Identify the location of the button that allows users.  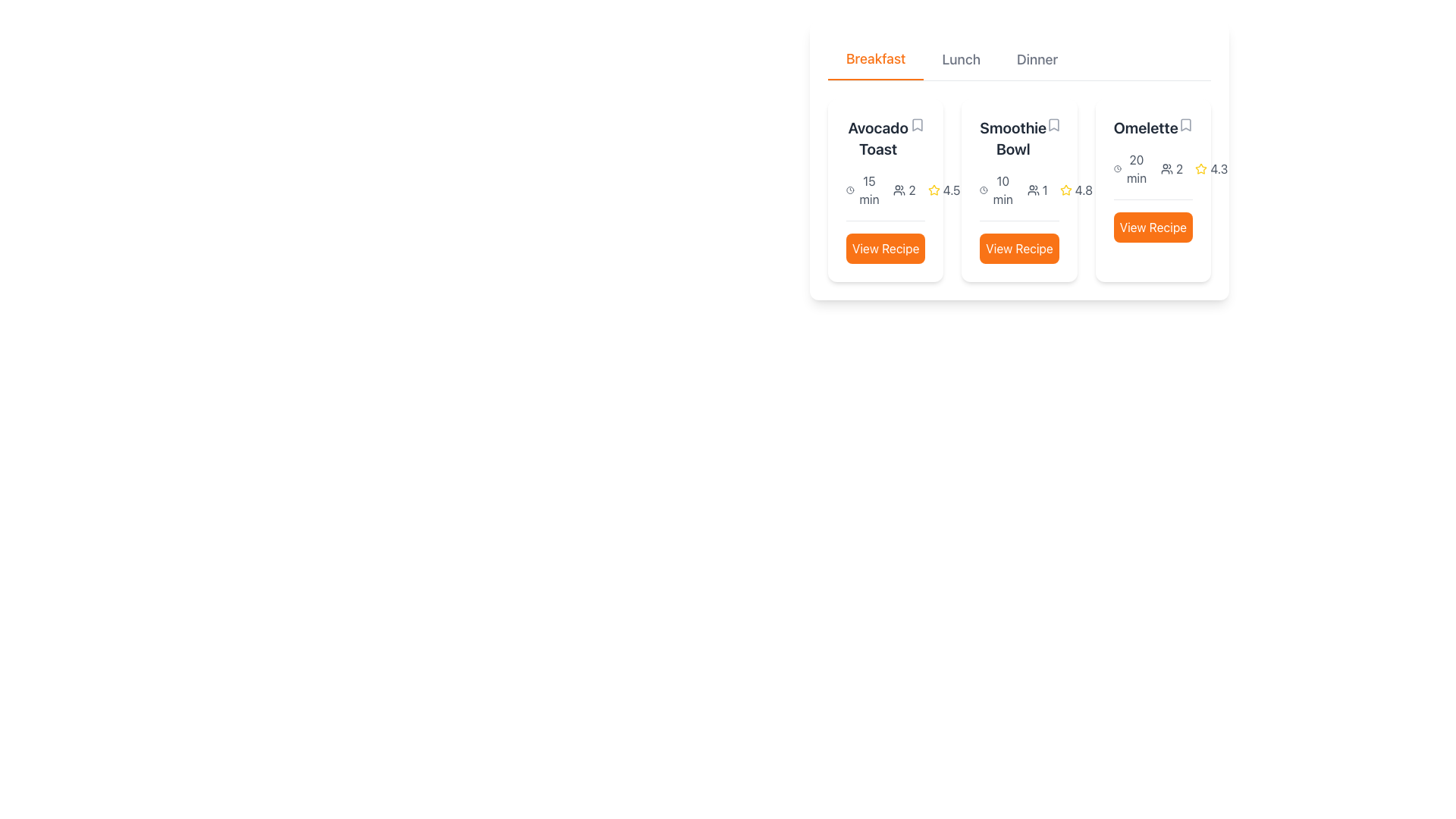
(1153, 227).